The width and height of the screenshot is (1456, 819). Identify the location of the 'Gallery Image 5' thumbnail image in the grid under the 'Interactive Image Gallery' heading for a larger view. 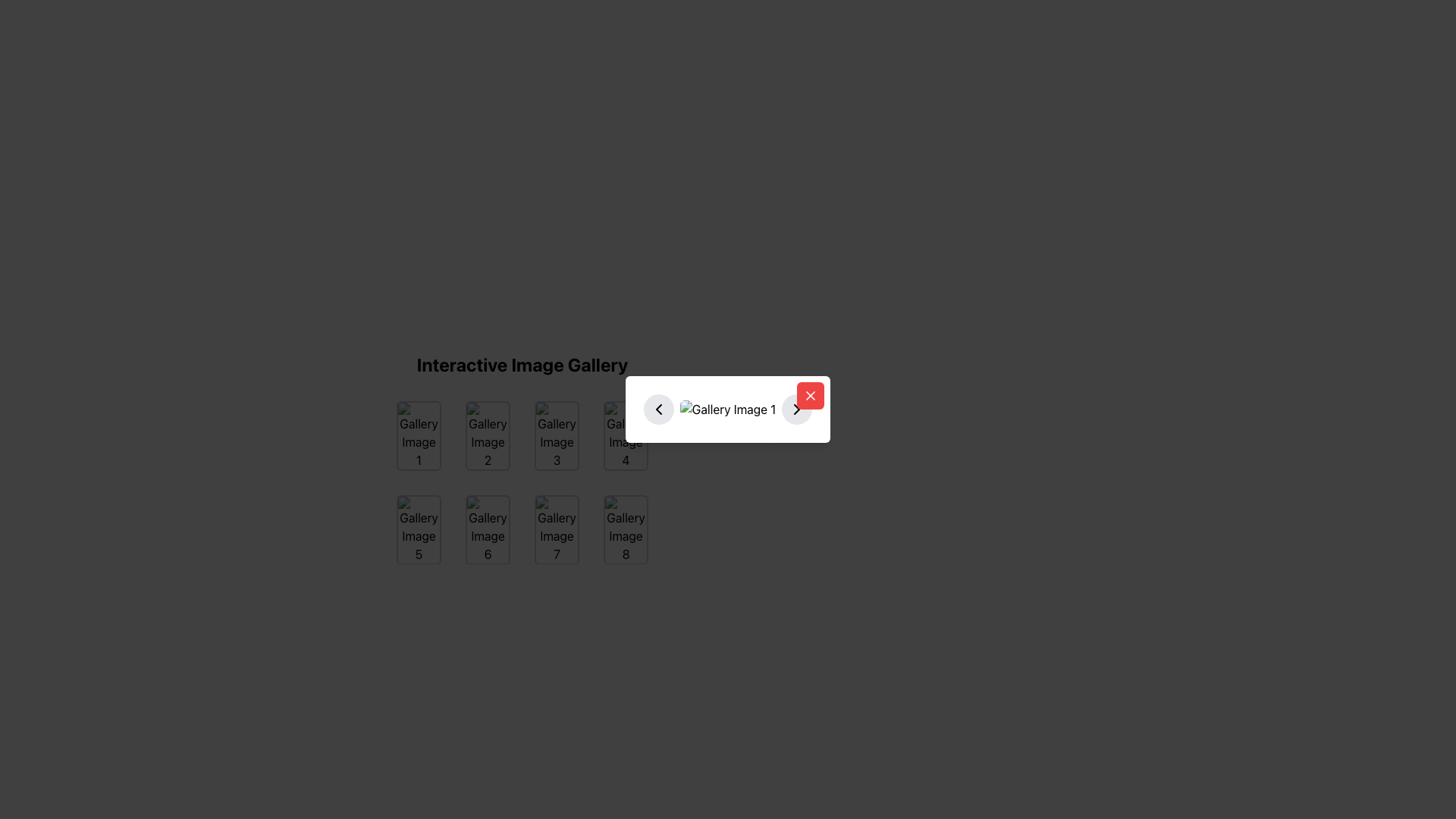
(419, 529).